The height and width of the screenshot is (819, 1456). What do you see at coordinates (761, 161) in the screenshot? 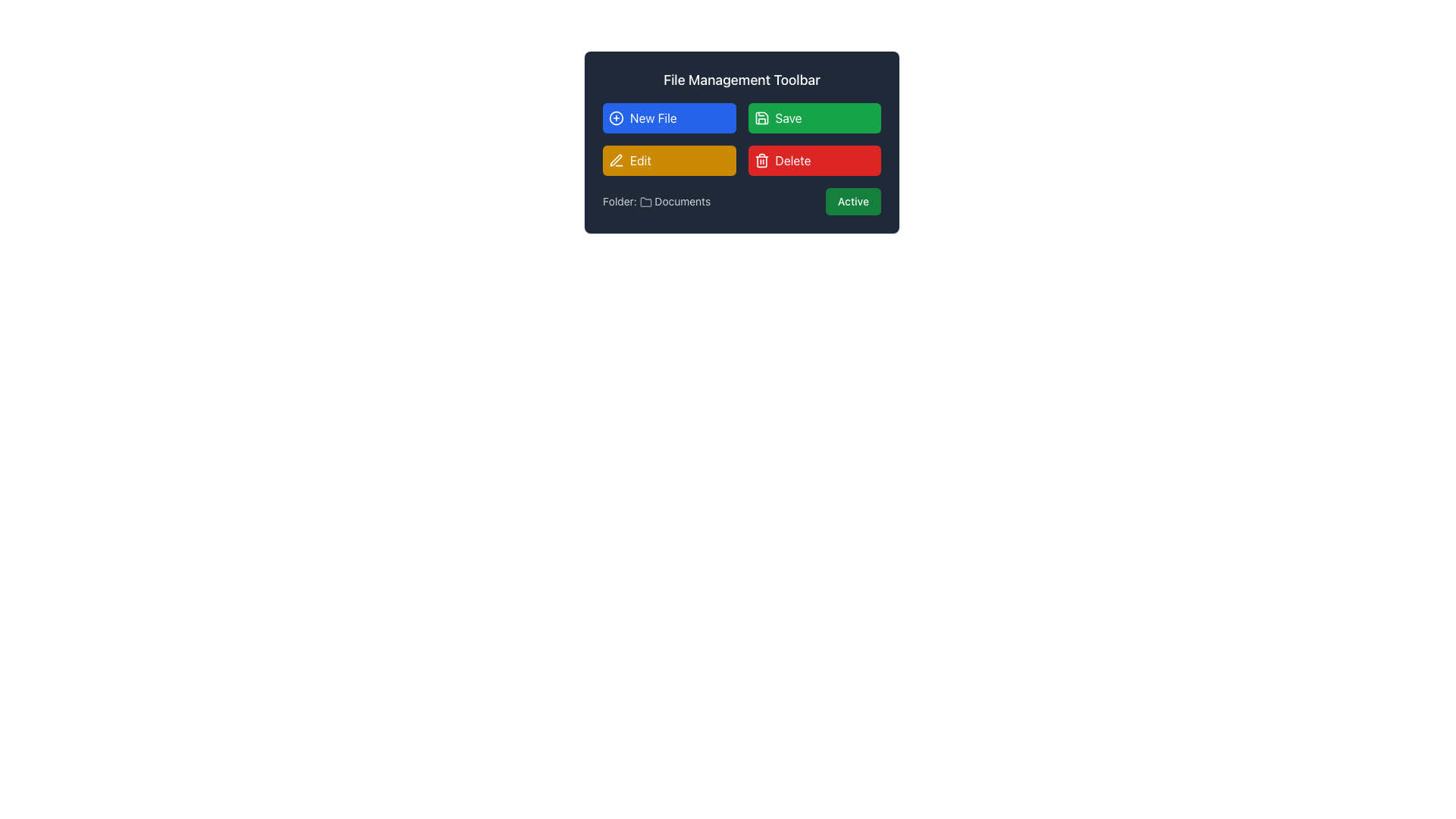
I see `the trash icon within the 'Delete' button to initiate the delete action` at bounding box center [761, 161].